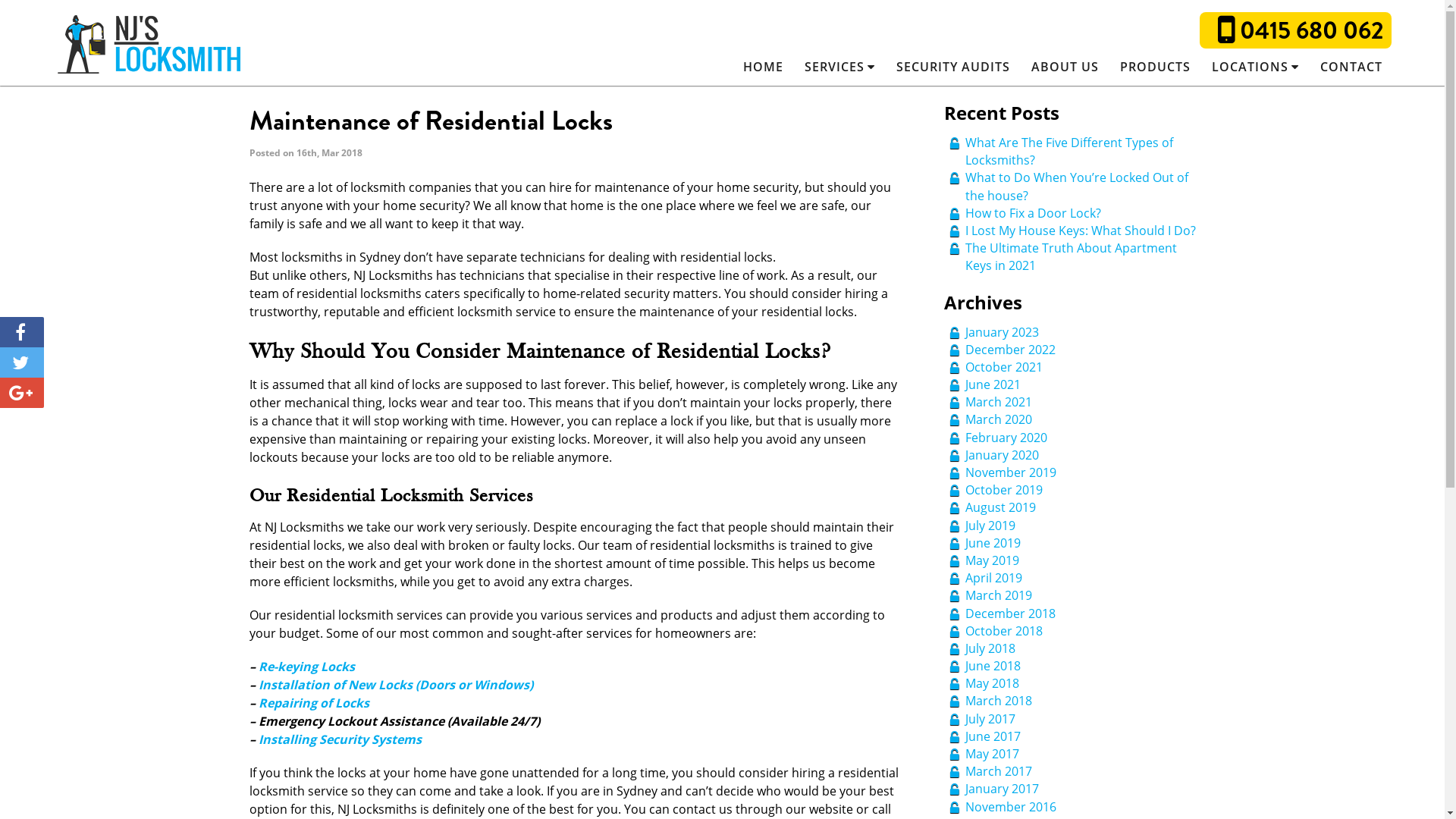  Describe the element at coordinates (992, 665) in the screenshot. I see `'June 2018'` at that location.